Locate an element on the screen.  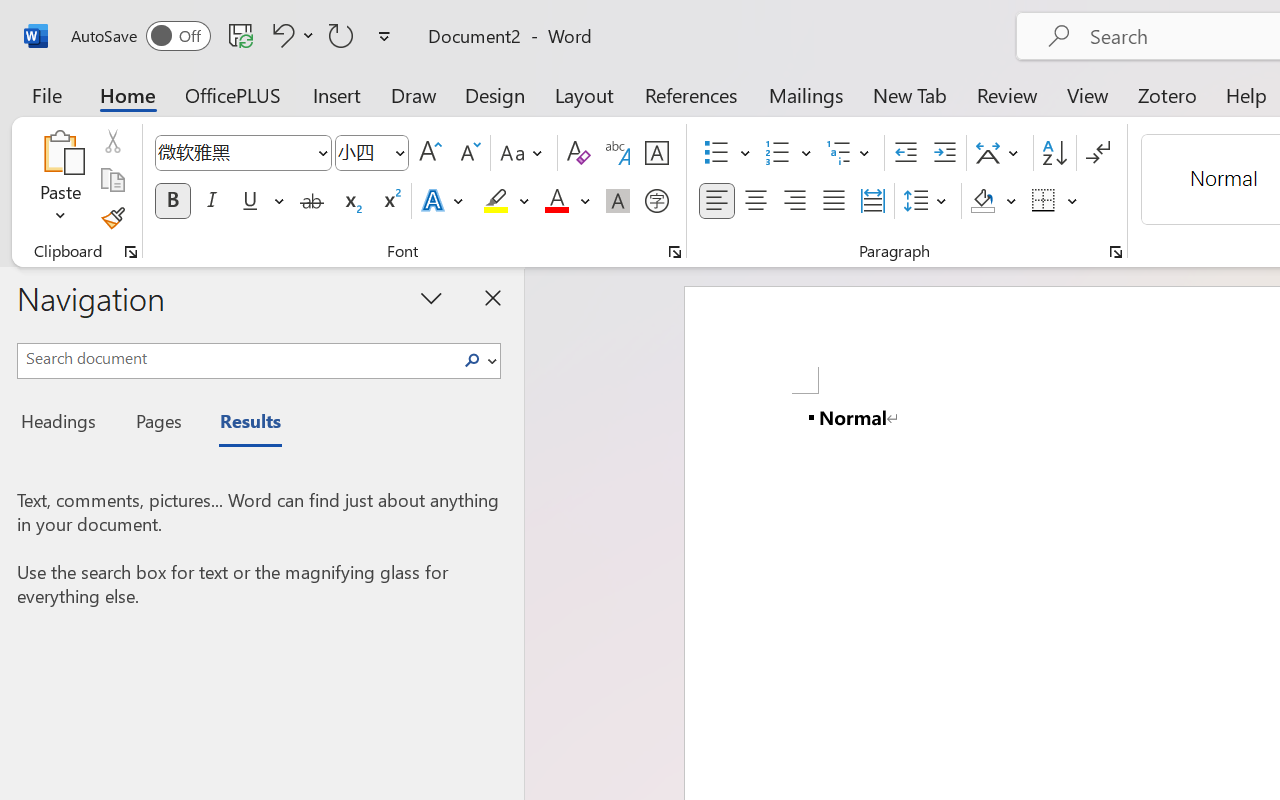
'Undo <ApplyStyleToDoc>b__0' is located at coordinates (289, 34).